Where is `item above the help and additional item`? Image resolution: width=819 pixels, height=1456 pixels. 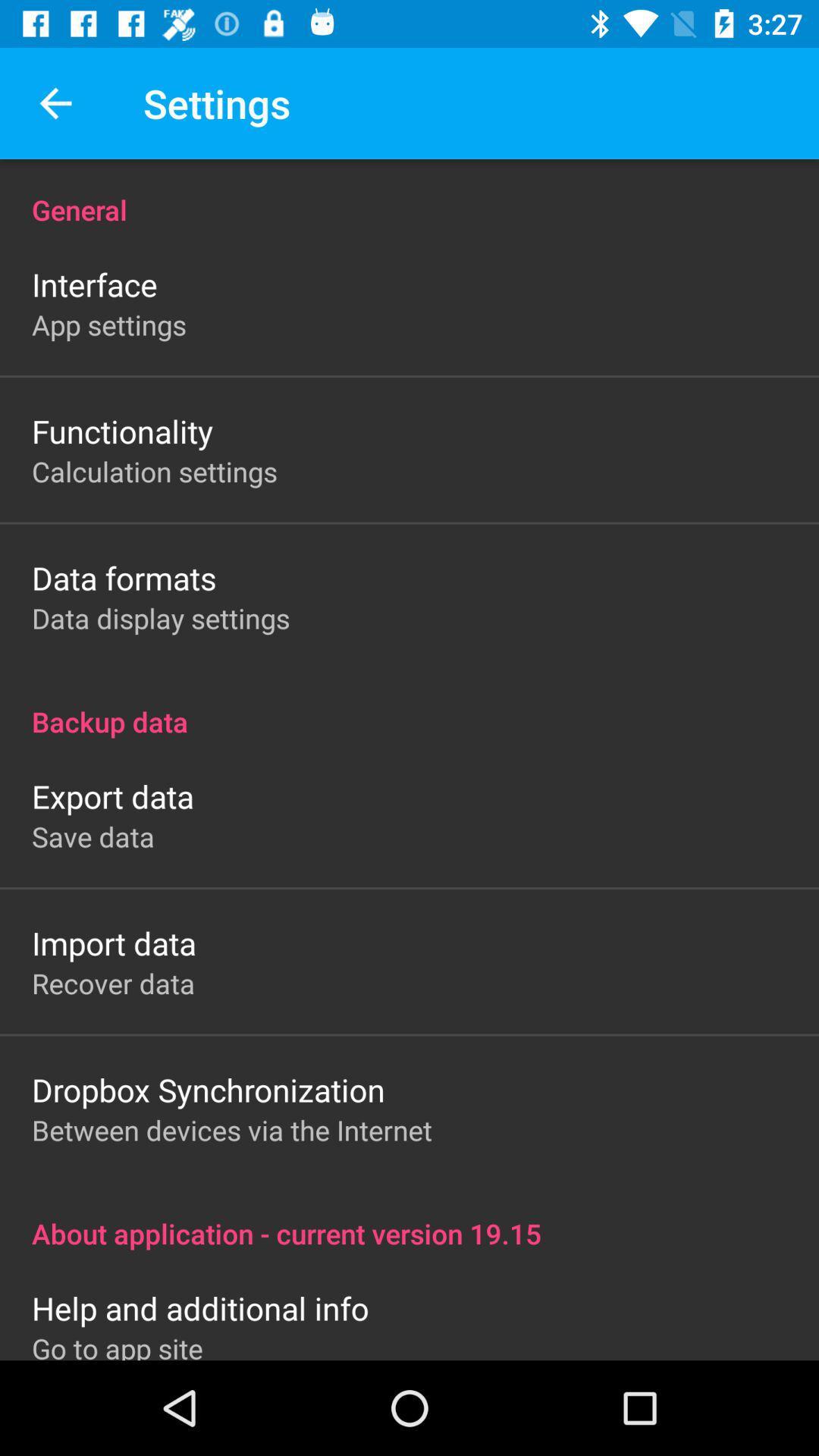 item above the help and additional item is located at coordinates (409, 1217).